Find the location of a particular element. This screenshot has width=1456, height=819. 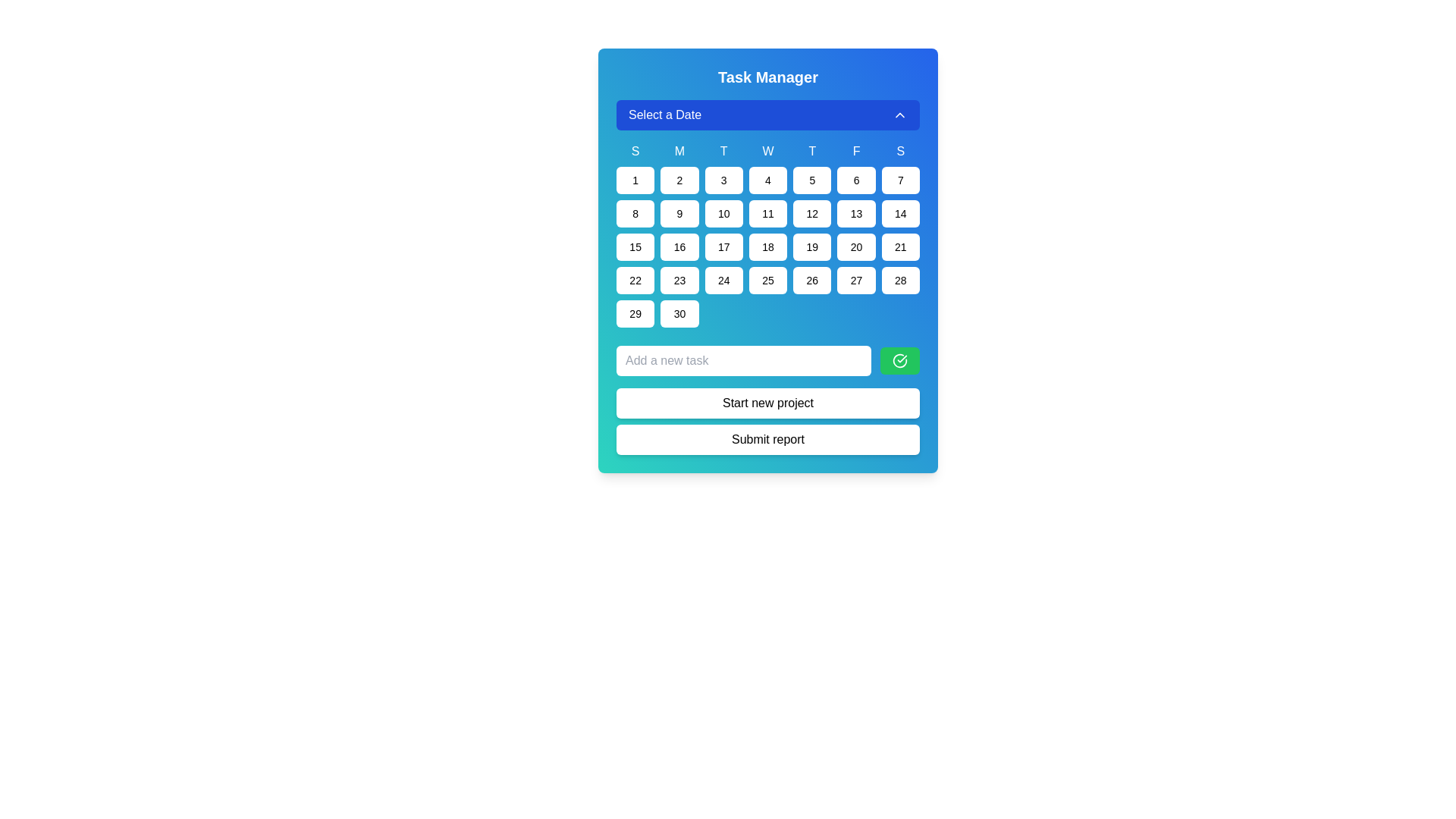

a date in the Date Picker Grid located within the 'Task Manager' card, below the 'Select a Date' section label is located at coordinates (767, 213).